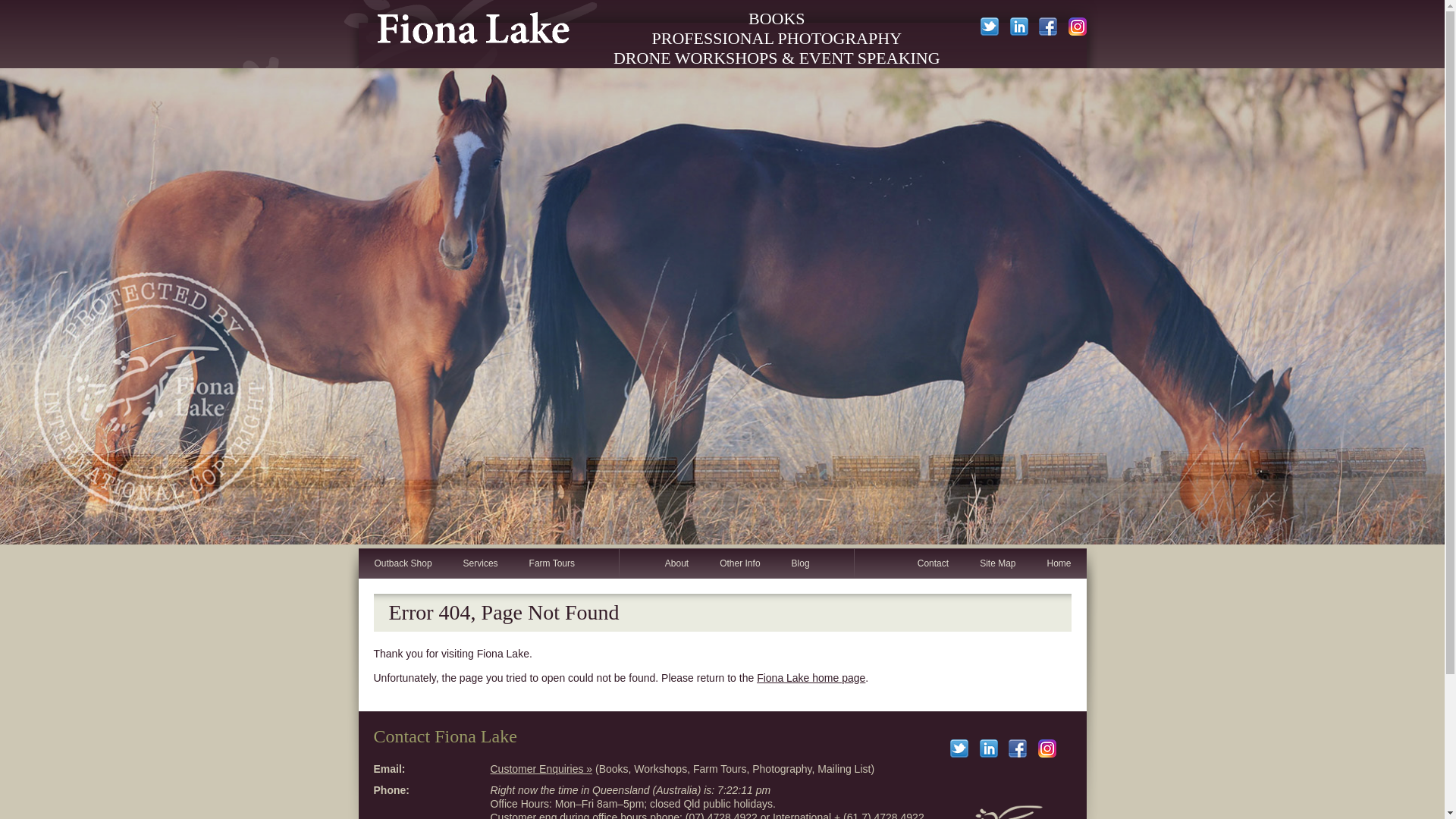  I want to click on 'Other Info', so click(739, 563).